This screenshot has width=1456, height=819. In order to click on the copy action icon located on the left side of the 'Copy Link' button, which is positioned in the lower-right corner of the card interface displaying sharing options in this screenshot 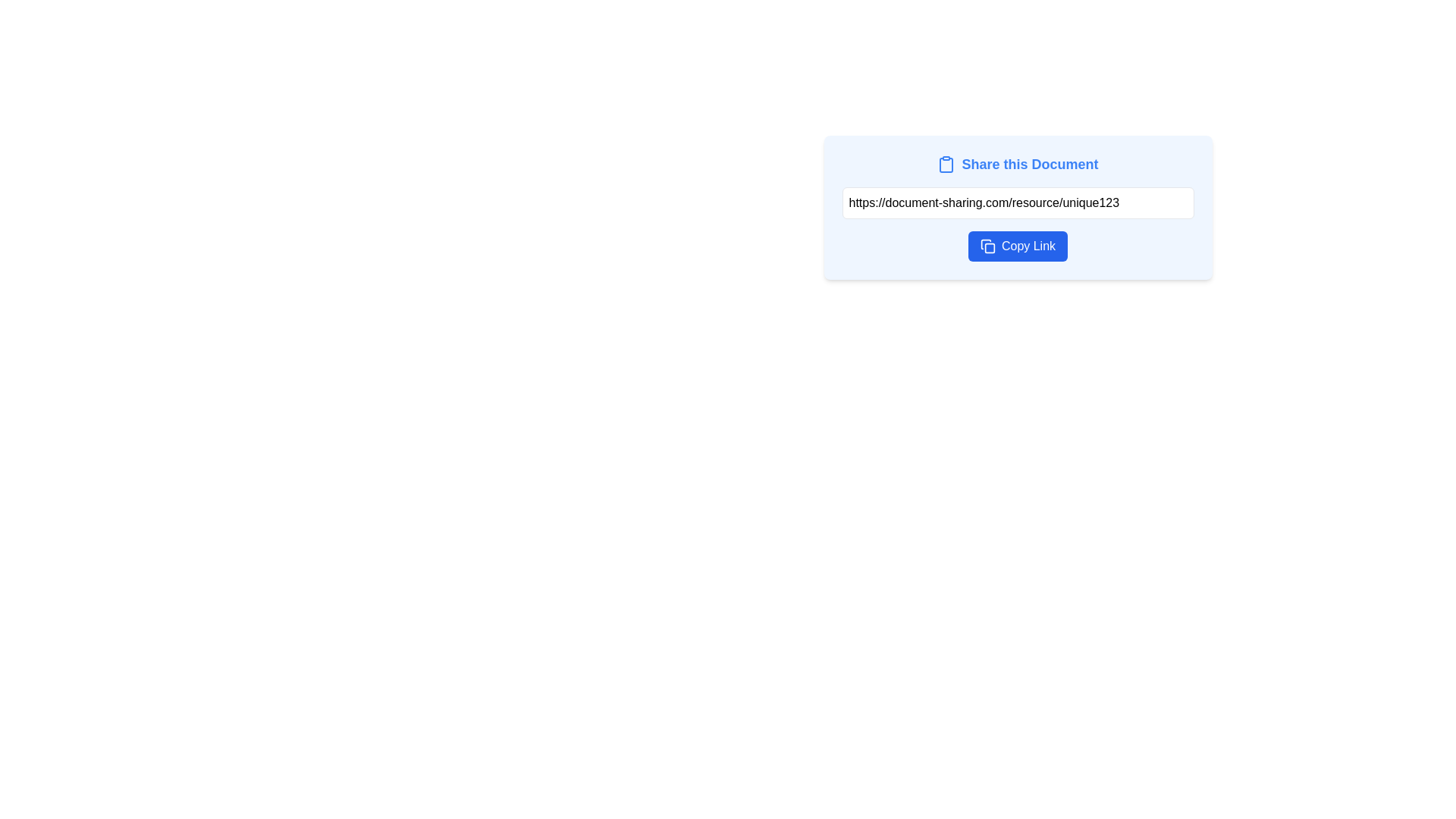, I will do `click(987, 245)`.